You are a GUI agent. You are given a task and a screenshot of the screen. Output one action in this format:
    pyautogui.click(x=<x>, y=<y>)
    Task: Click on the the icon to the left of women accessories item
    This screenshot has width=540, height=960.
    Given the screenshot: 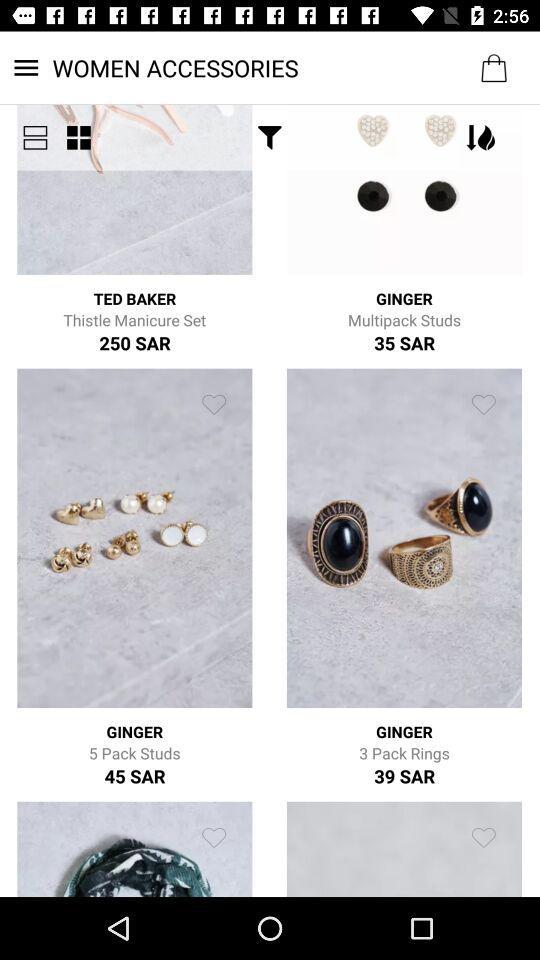 What is the action you would take?
    pyautogui.click(x=35, y=136)
    